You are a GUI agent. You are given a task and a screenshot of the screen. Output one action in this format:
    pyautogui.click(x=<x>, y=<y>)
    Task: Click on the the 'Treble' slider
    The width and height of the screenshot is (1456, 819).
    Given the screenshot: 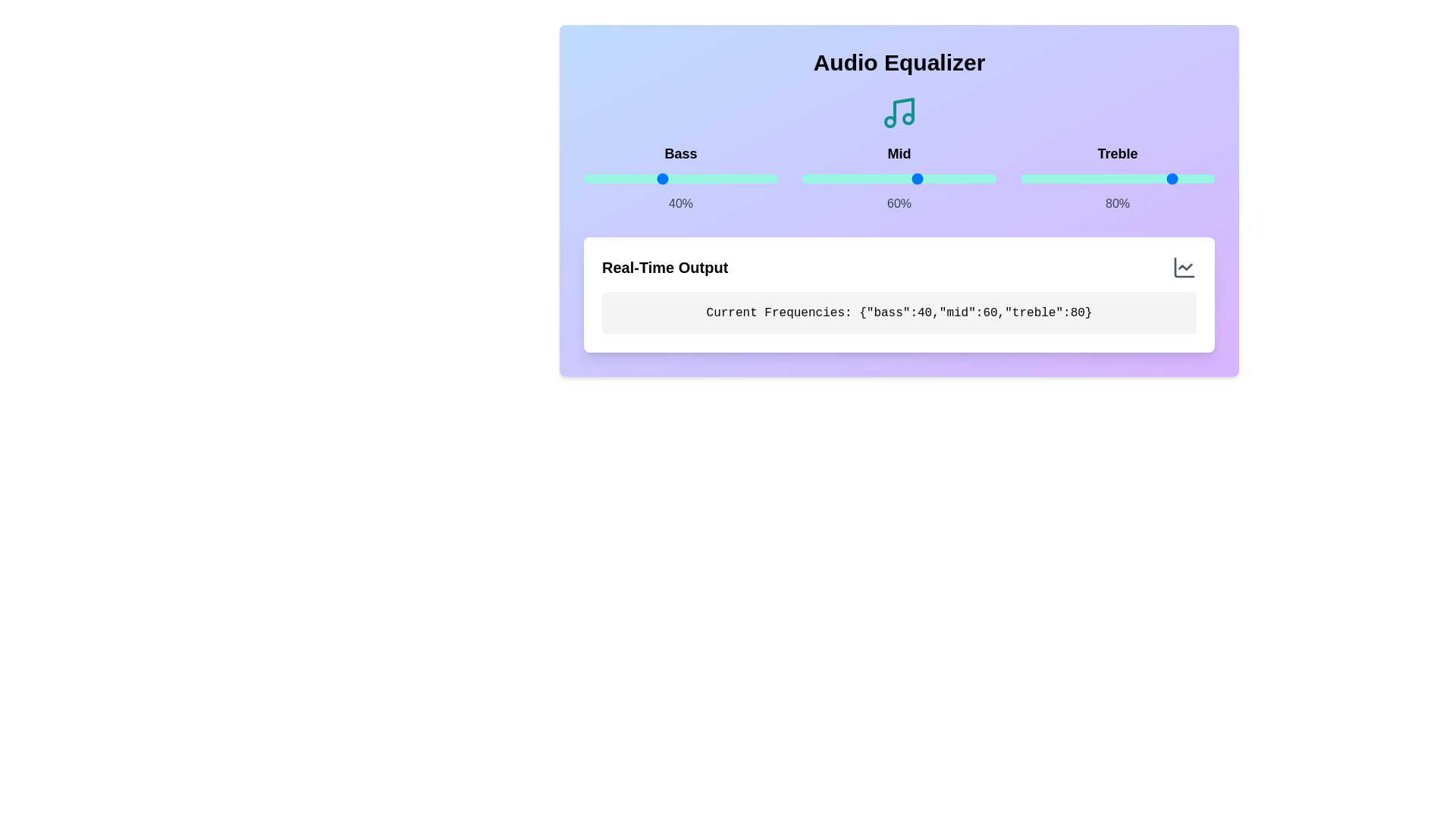 What is the action you would take?
    pyautogui.click(x=1096, y=177)
    